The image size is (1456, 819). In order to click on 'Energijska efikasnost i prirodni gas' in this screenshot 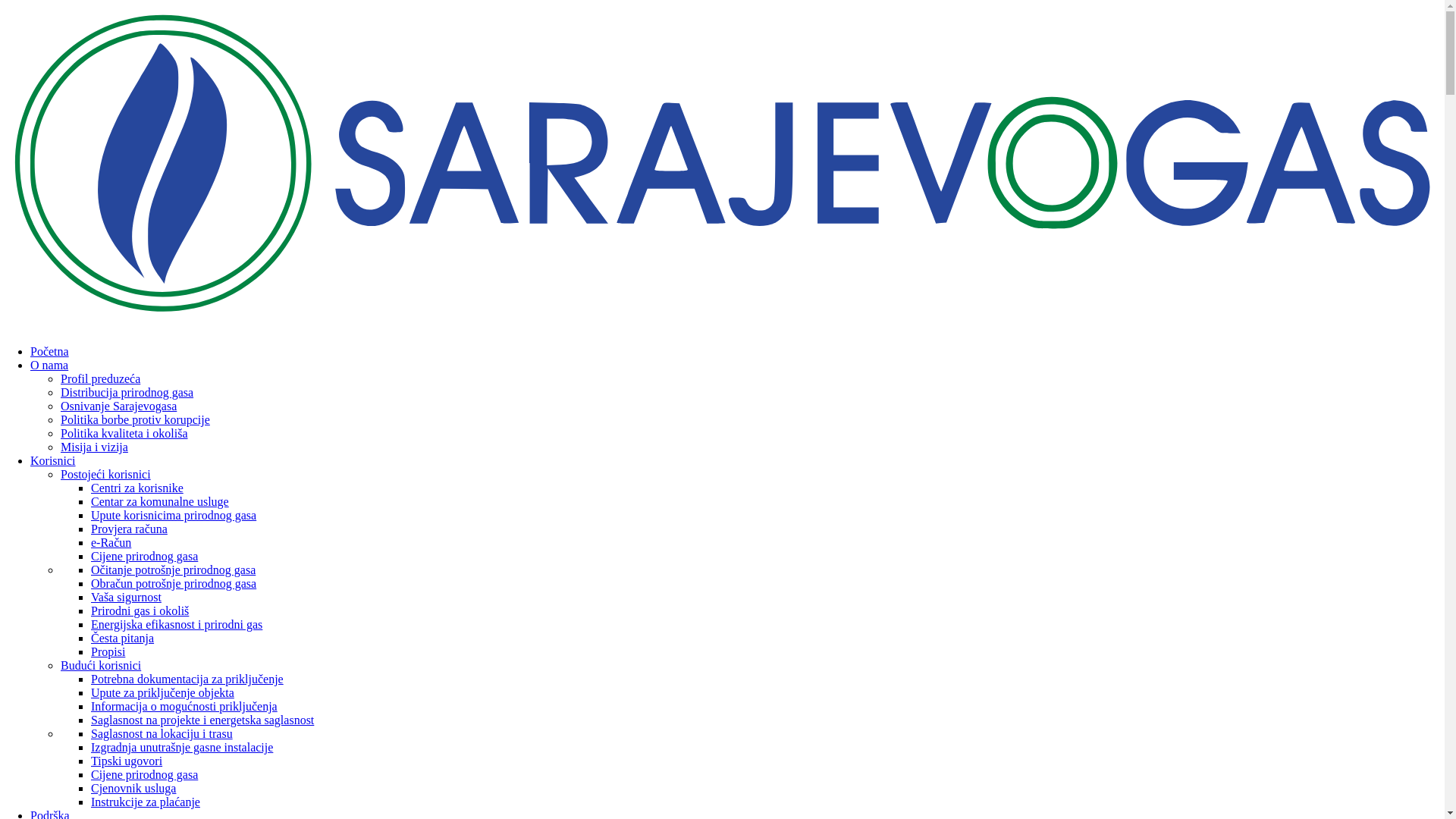, I will do `click(177, 624)`.